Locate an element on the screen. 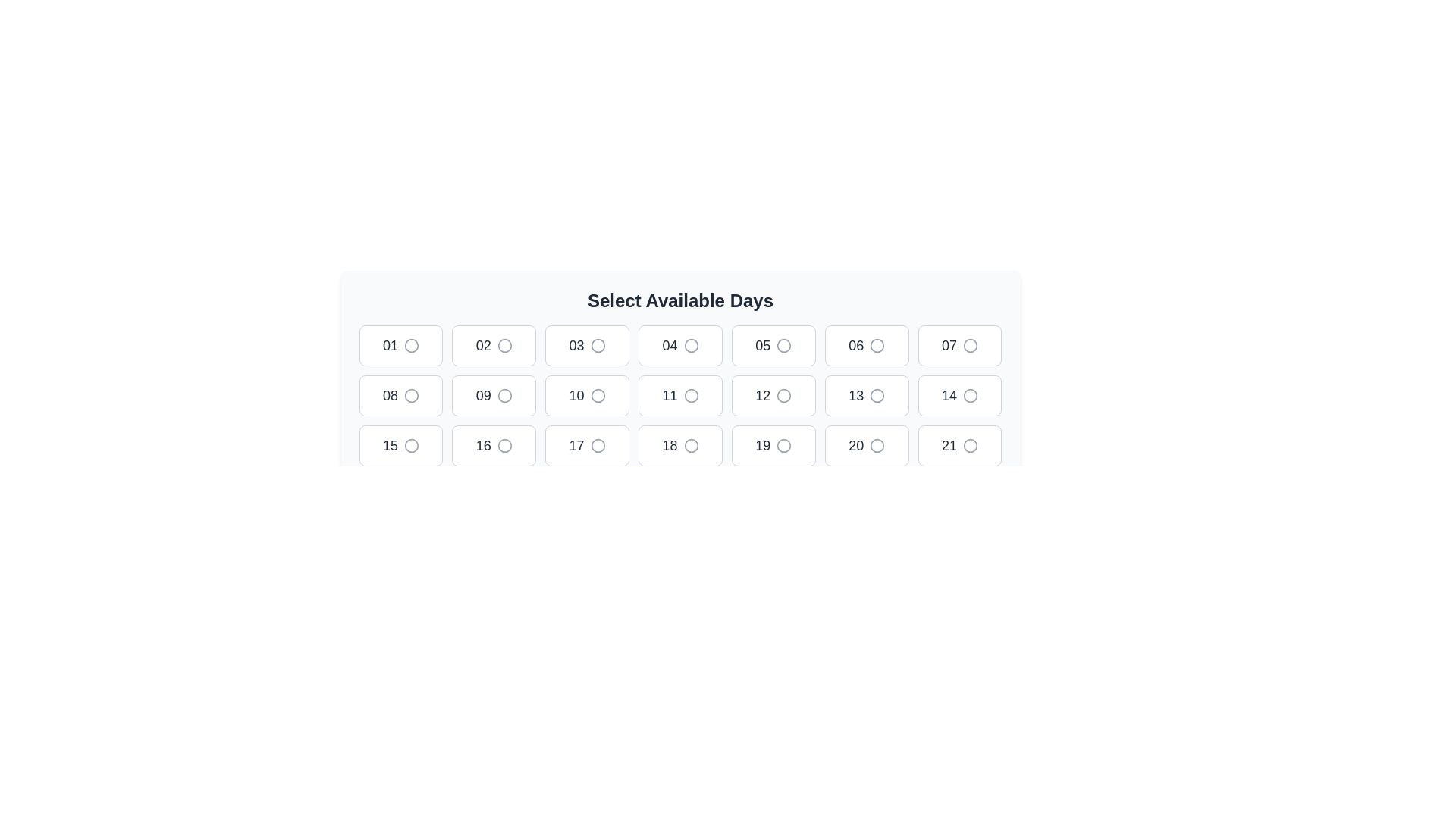 The image size is (1456, 819). the radio button for selecting the '05' option to mark it as selected is located at coordinates (784, 345).